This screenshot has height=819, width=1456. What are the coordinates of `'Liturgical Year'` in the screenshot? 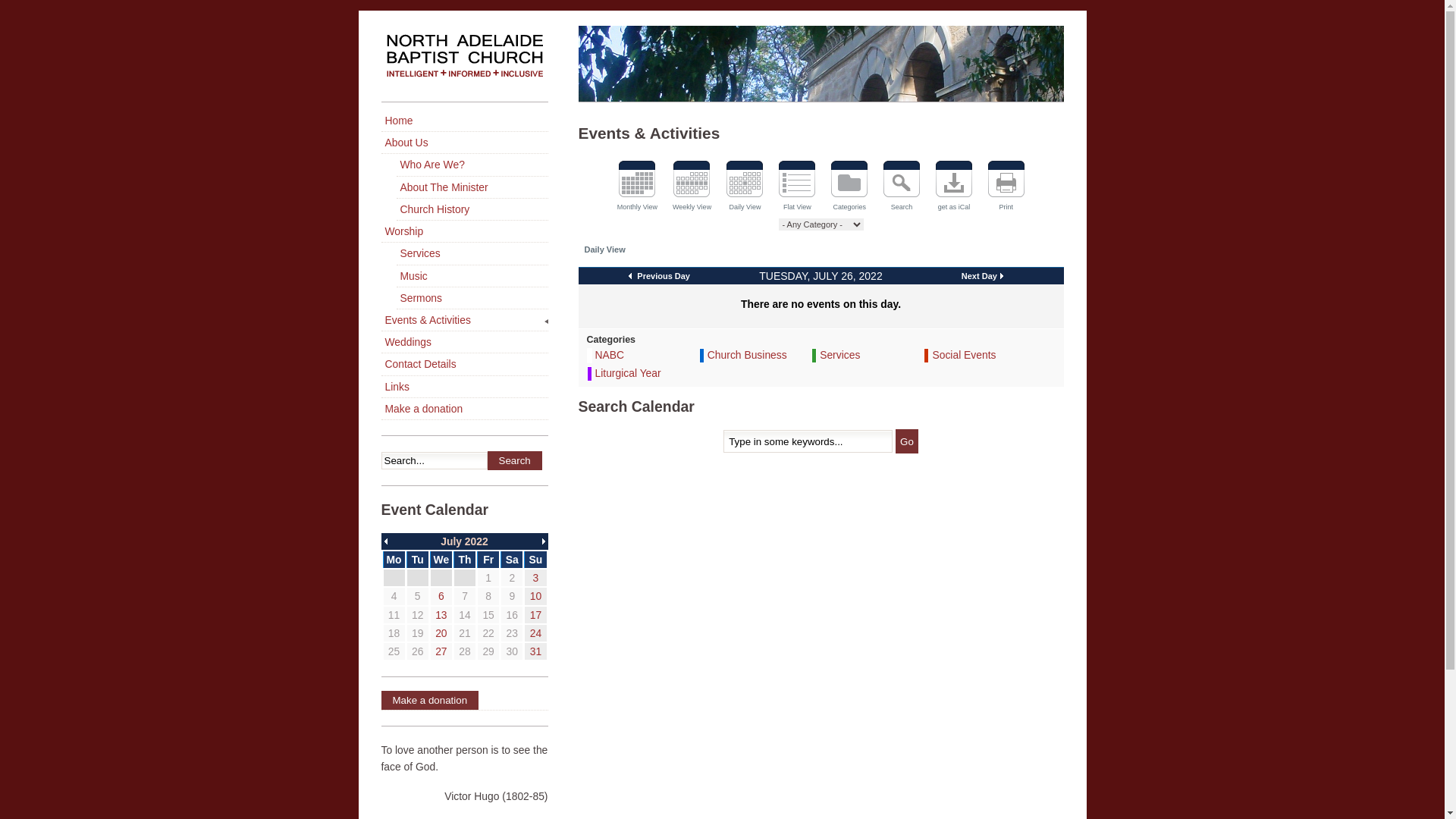 It's located at (627, 373).